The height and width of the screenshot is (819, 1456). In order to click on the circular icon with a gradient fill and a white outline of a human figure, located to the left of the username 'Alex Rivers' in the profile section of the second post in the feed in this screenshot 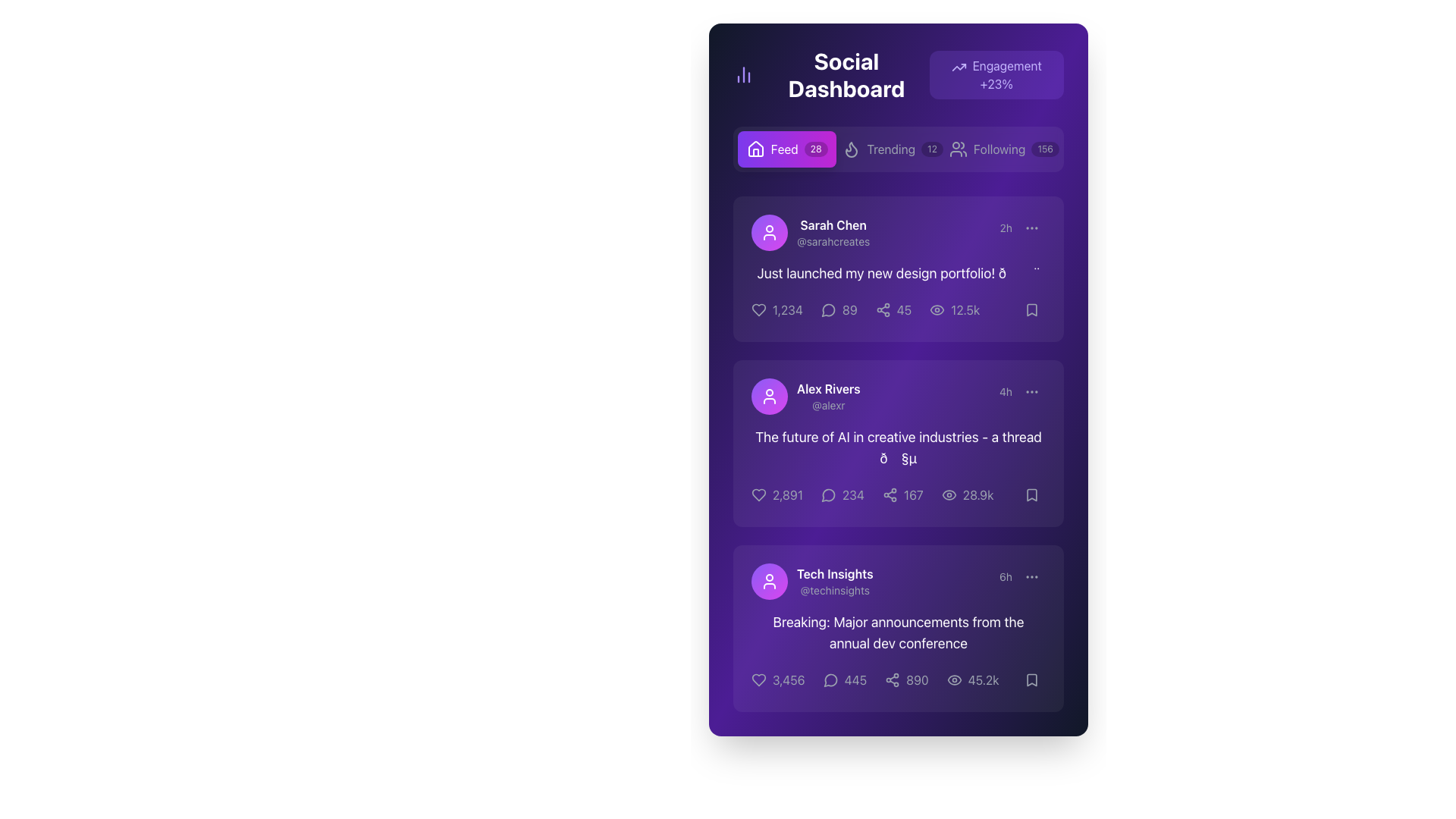, I will do `click(769, 396)`.